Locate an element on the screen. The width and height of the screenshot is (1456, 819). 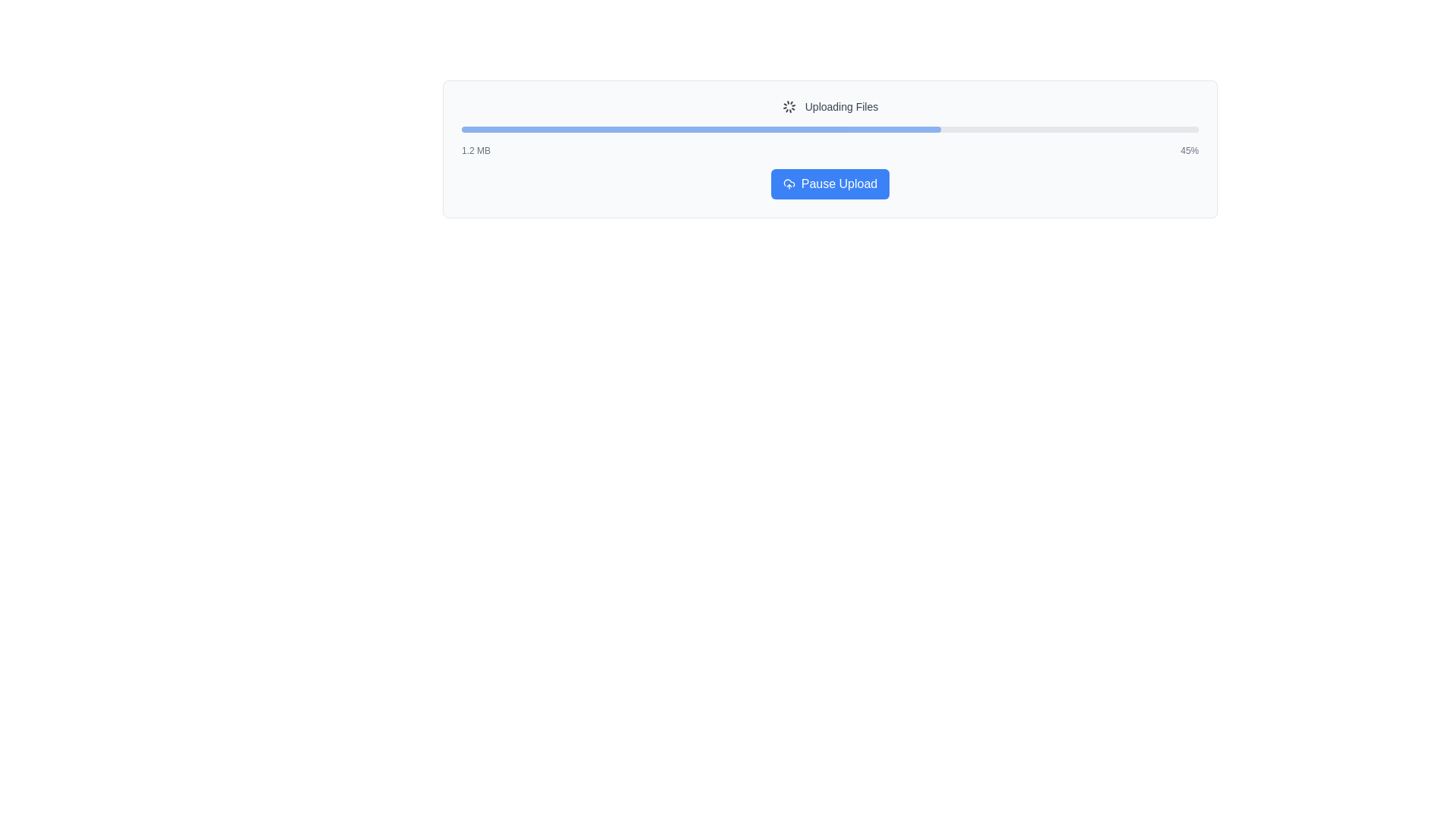
the 'Uploading Files' status indicator text is located at coordinates (829, 106).